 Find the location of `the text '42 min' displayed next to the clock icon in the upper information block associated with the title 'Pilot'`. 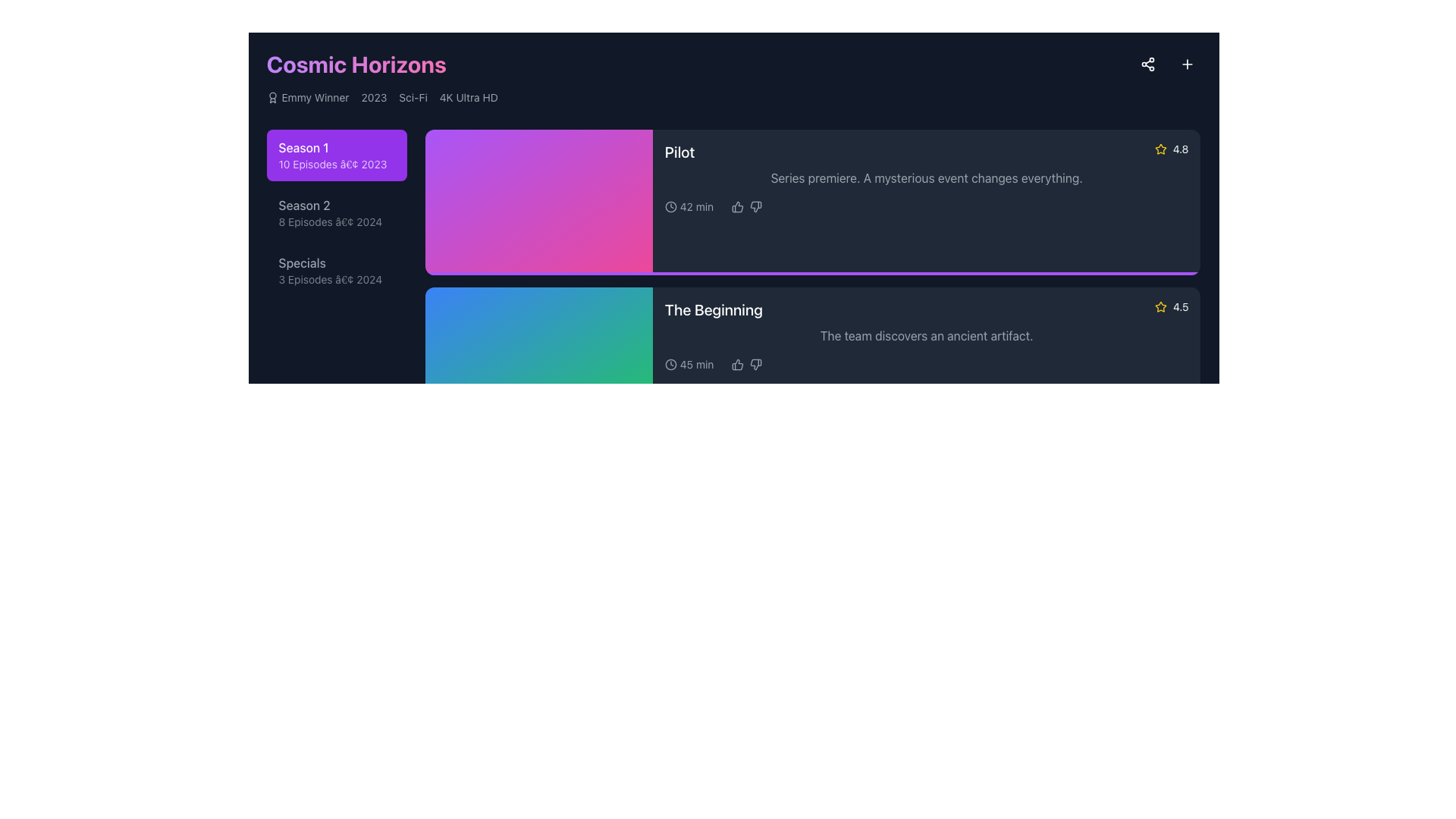

the text '42 min' displayed next to the clock icon in the upper information block associated with the title 'Pilot' is located at coordinates (688, 207).